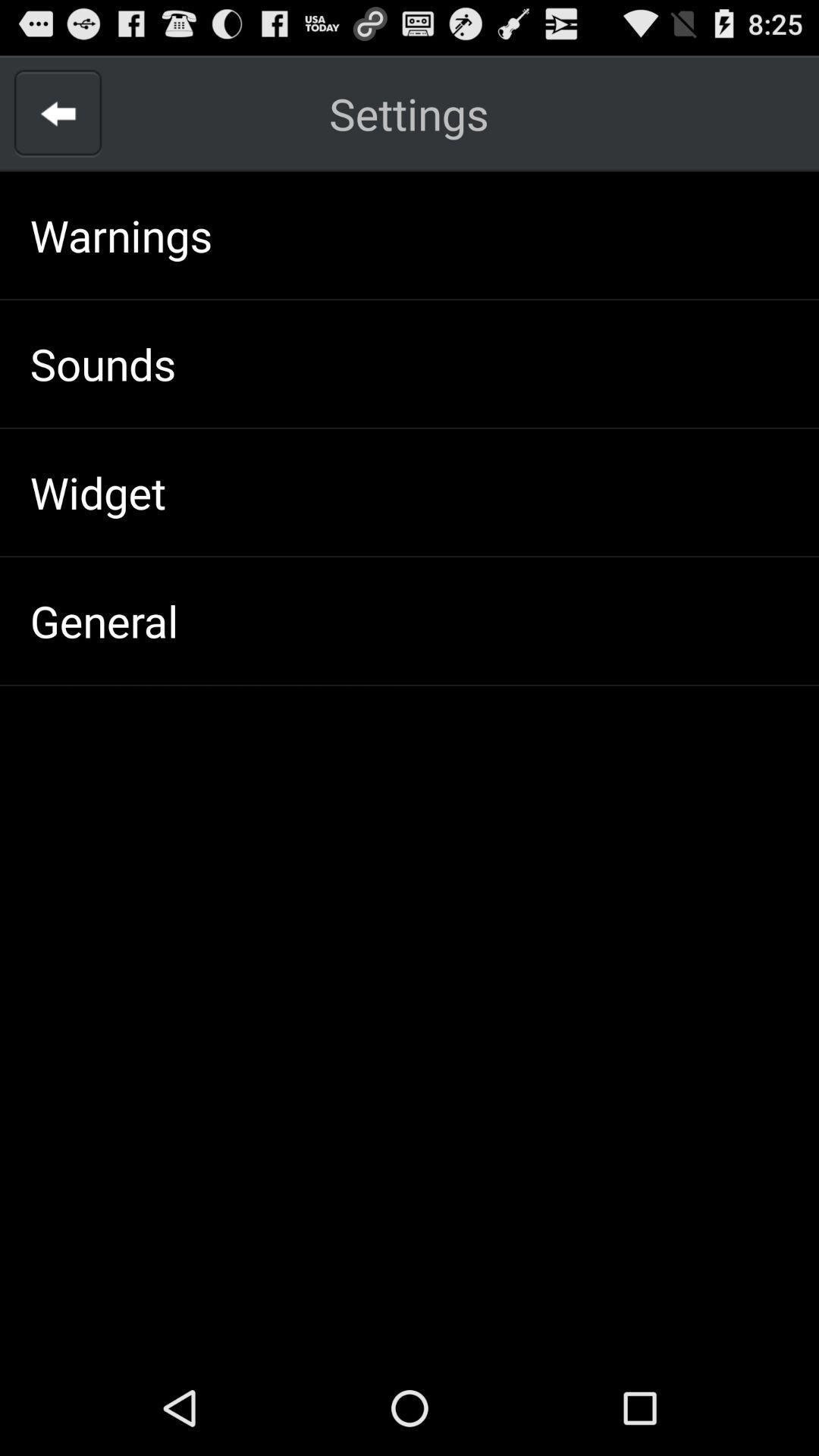  What do you see at coordinates (103, 620) in the screenshot?
I see `general item` at bounding box center [103, 620].